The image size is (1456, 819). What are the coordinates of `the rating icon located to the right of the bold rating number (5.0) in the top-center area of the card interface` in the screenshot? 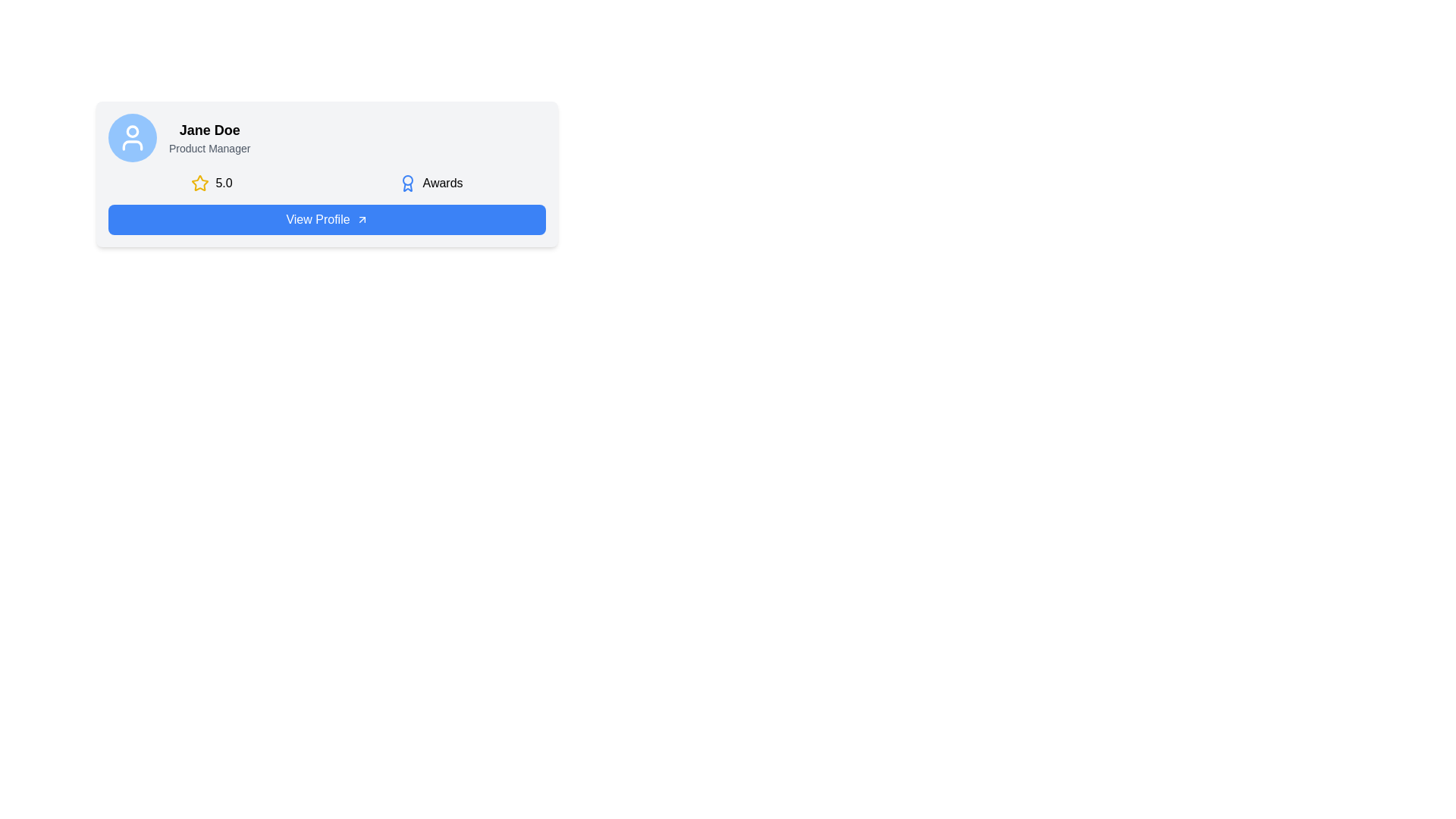 It's located at (199, 183).